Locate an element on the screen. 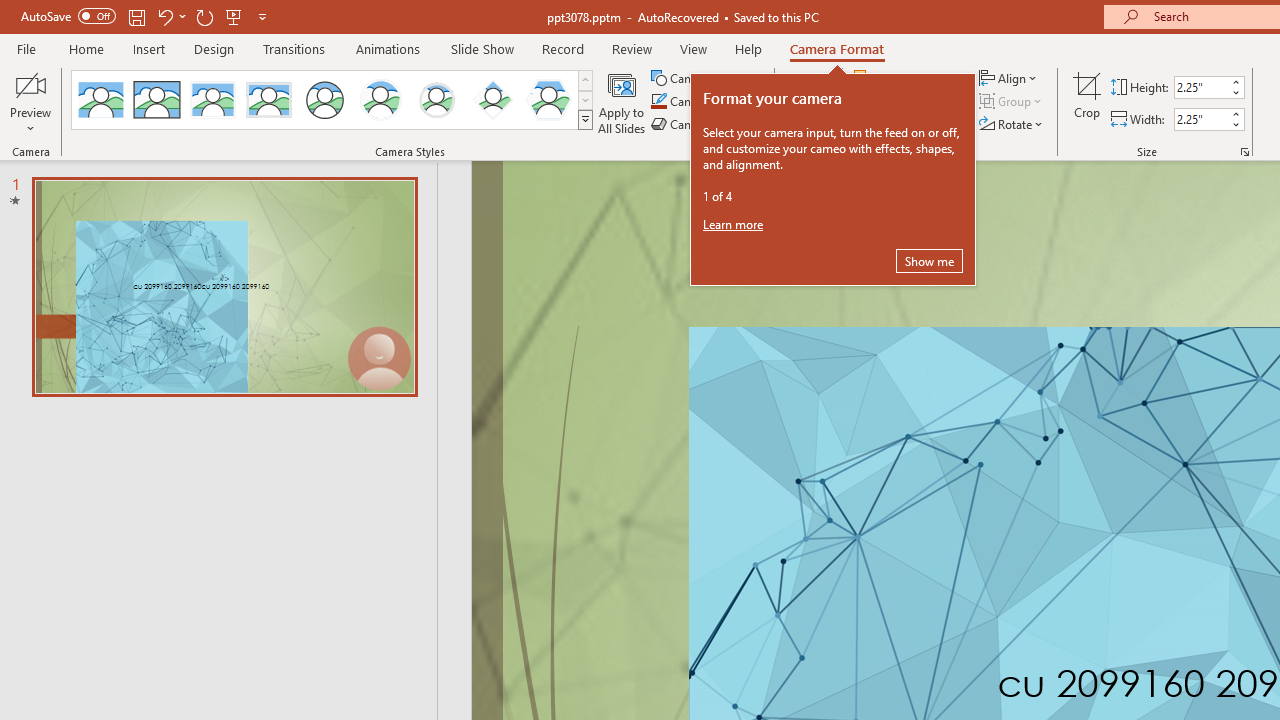 The height and width of the screenshot is (720, 1280). 'Align' is located at coordinates (1009, 77).